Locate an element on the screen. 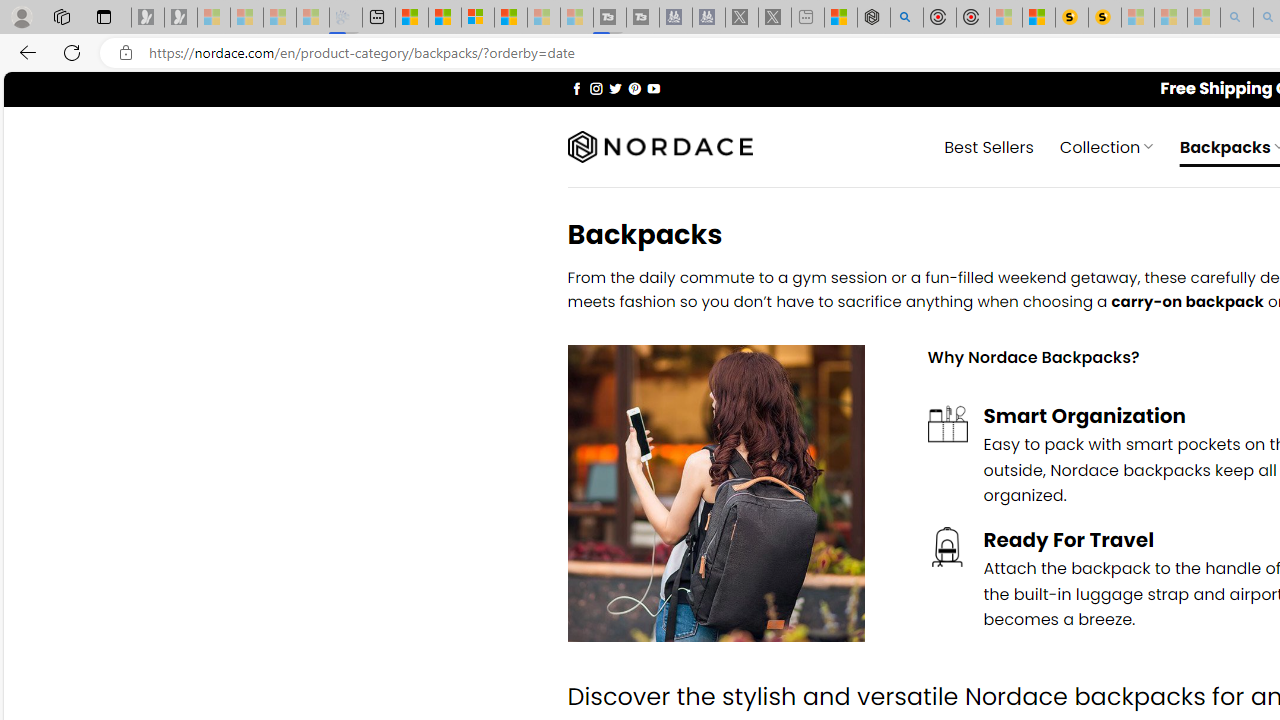  'Follow on Facebook' is located at coordinates (576, 87).